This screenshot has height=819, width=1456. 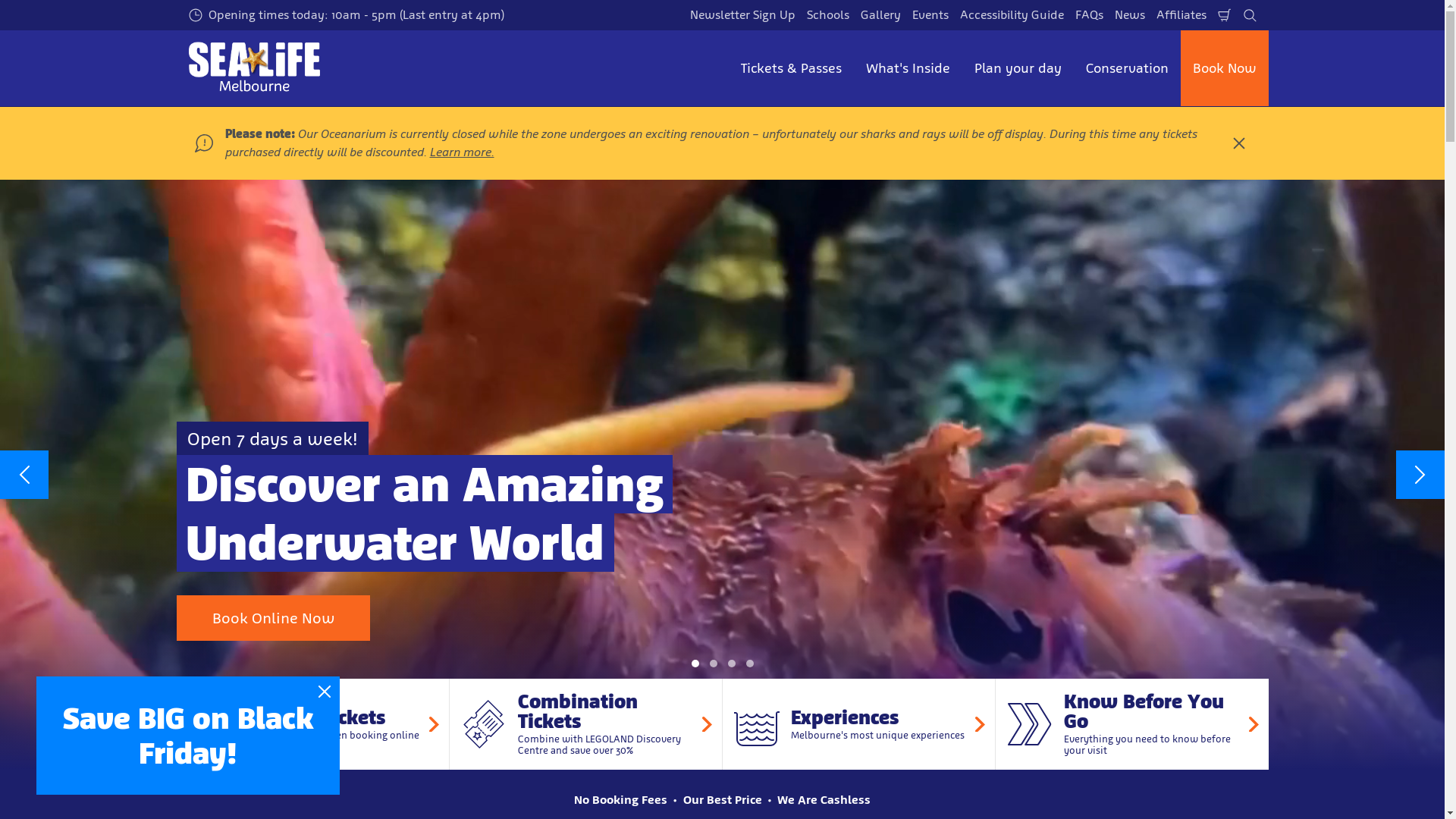 What do you see at coordinates (1238, 14) in the screenshot?
I see `'Search'` at bounding box center [1238, 14].